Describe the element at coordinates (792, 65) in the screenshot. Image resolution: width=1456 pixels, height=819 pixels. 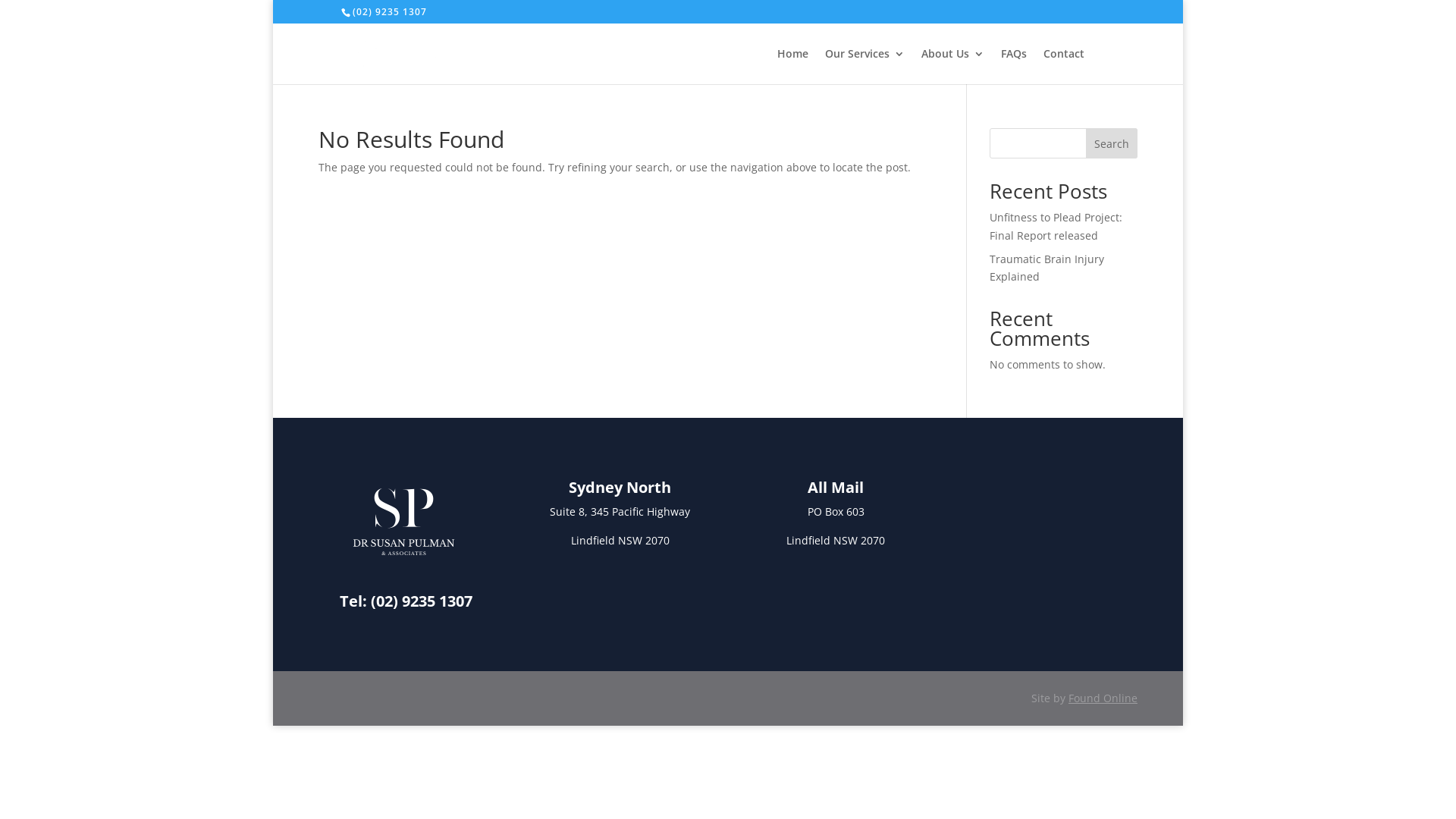
I see `'Home'` at that location.